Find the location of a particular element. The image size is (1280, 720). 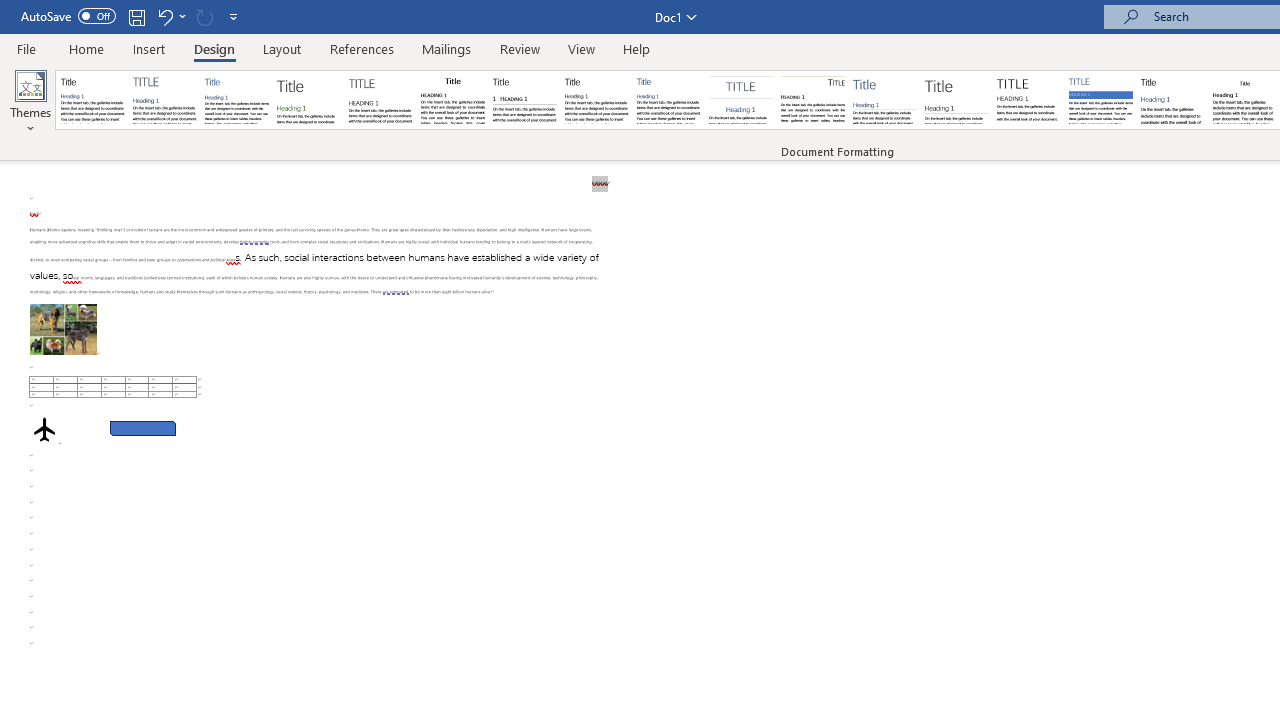

'Can' is located at coordinates (204, 16).